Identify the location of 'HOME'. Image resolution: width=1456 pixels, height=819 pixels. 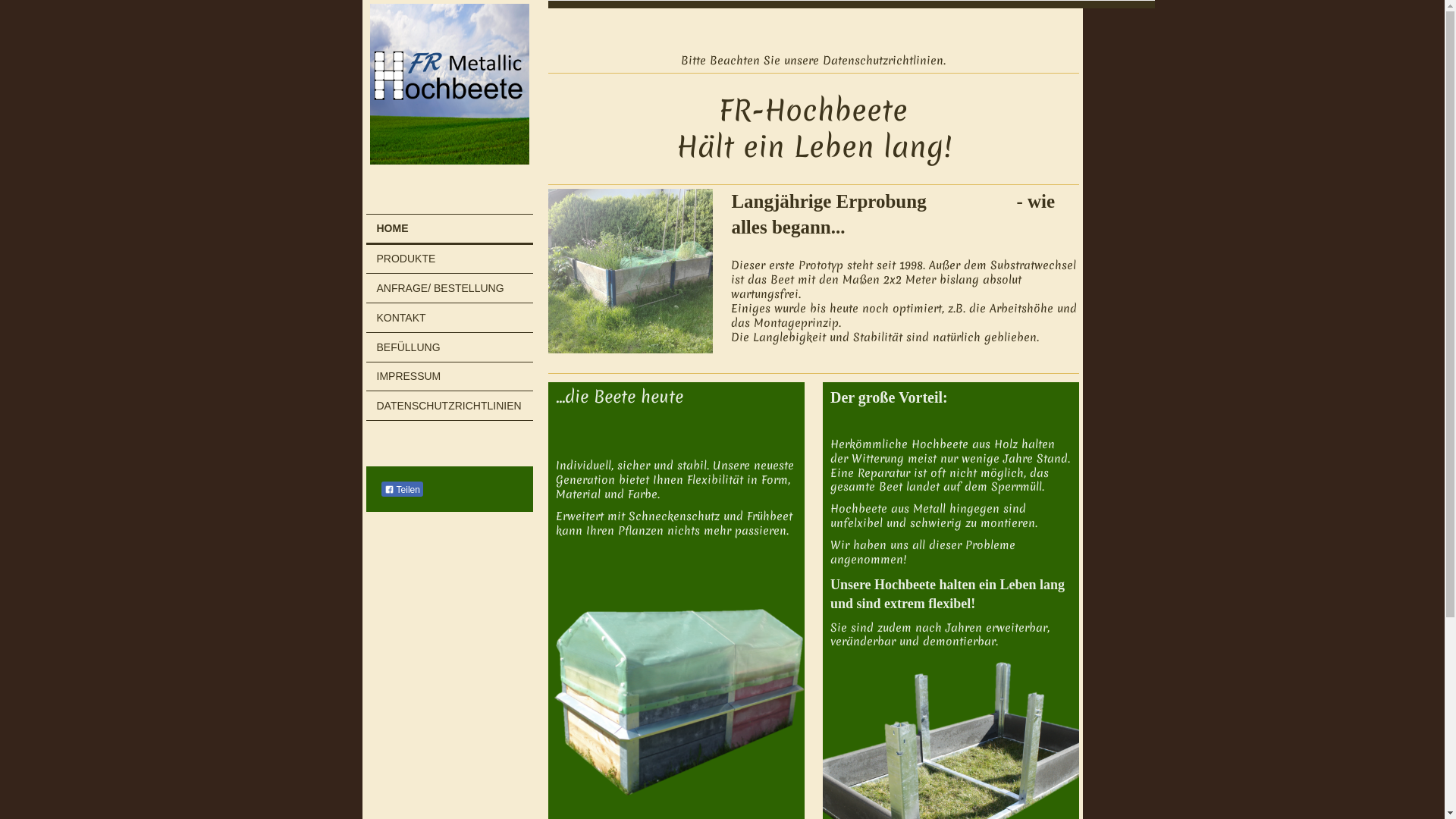
(365, 230).